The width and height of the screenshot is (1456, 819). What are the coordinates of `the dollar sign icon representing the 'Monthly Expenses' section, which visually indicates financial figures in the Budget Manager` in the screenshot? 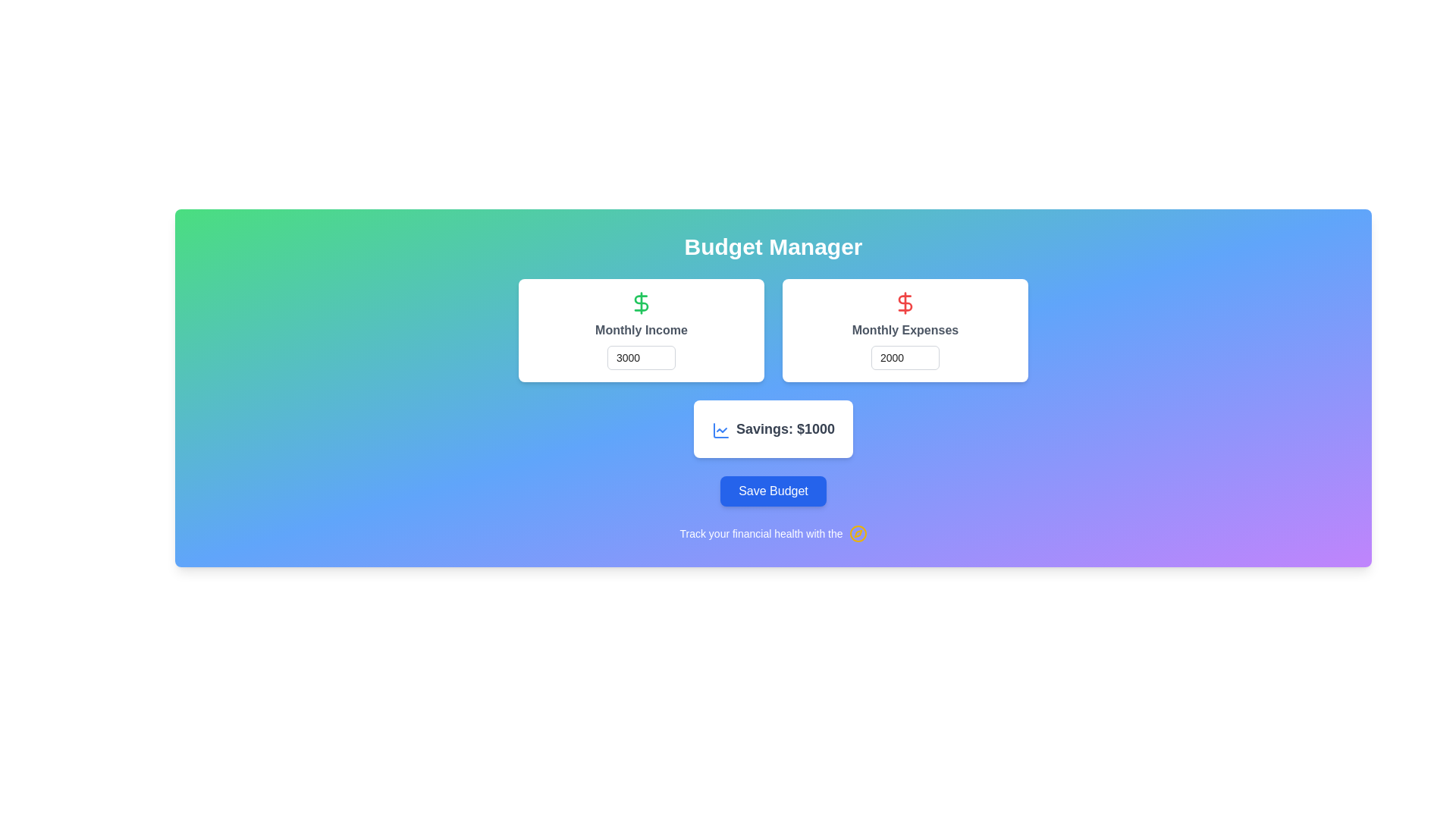 It's located at (905, 303).